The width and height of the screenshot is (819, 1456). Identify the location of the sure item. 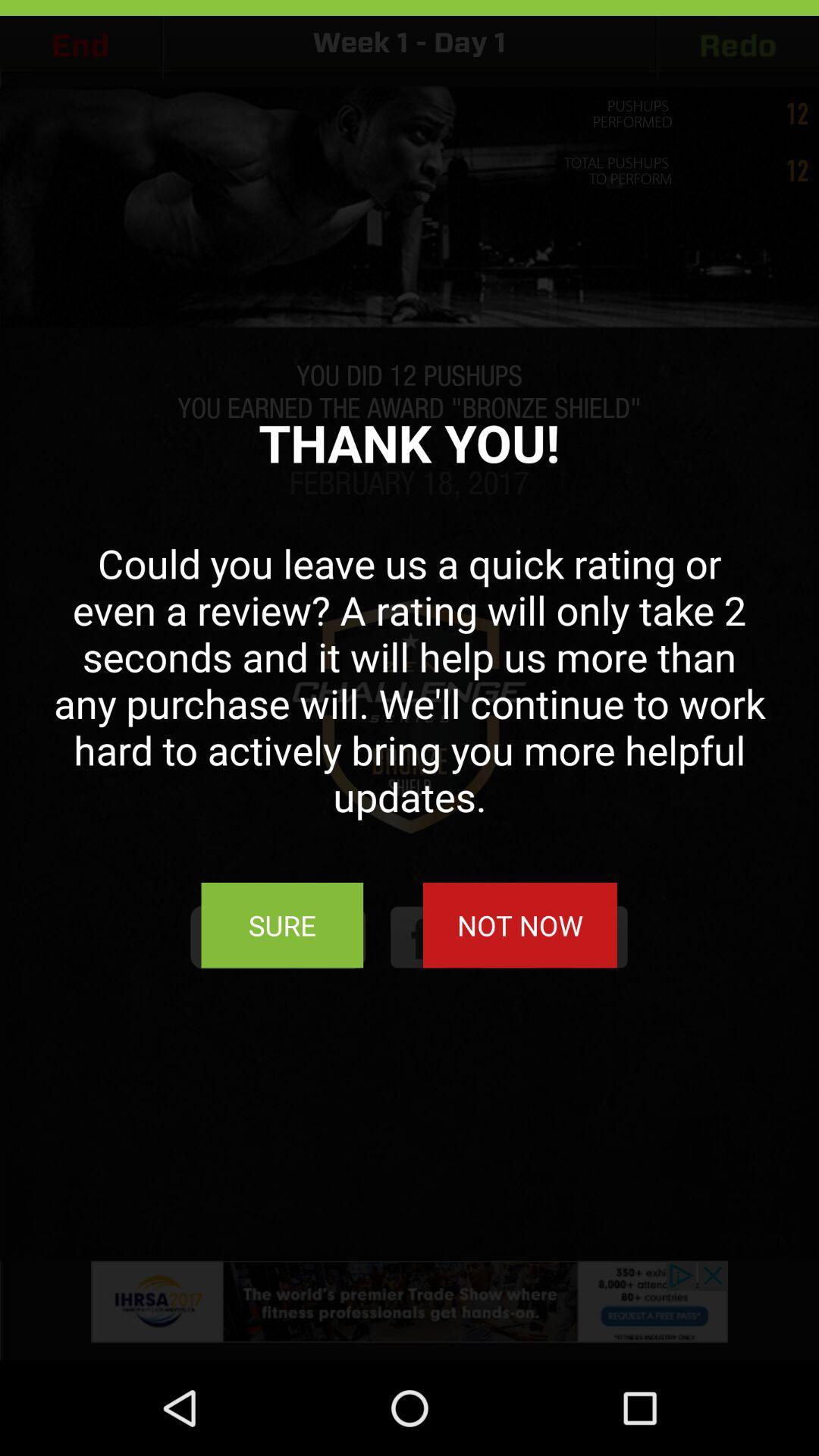
(282, 924).